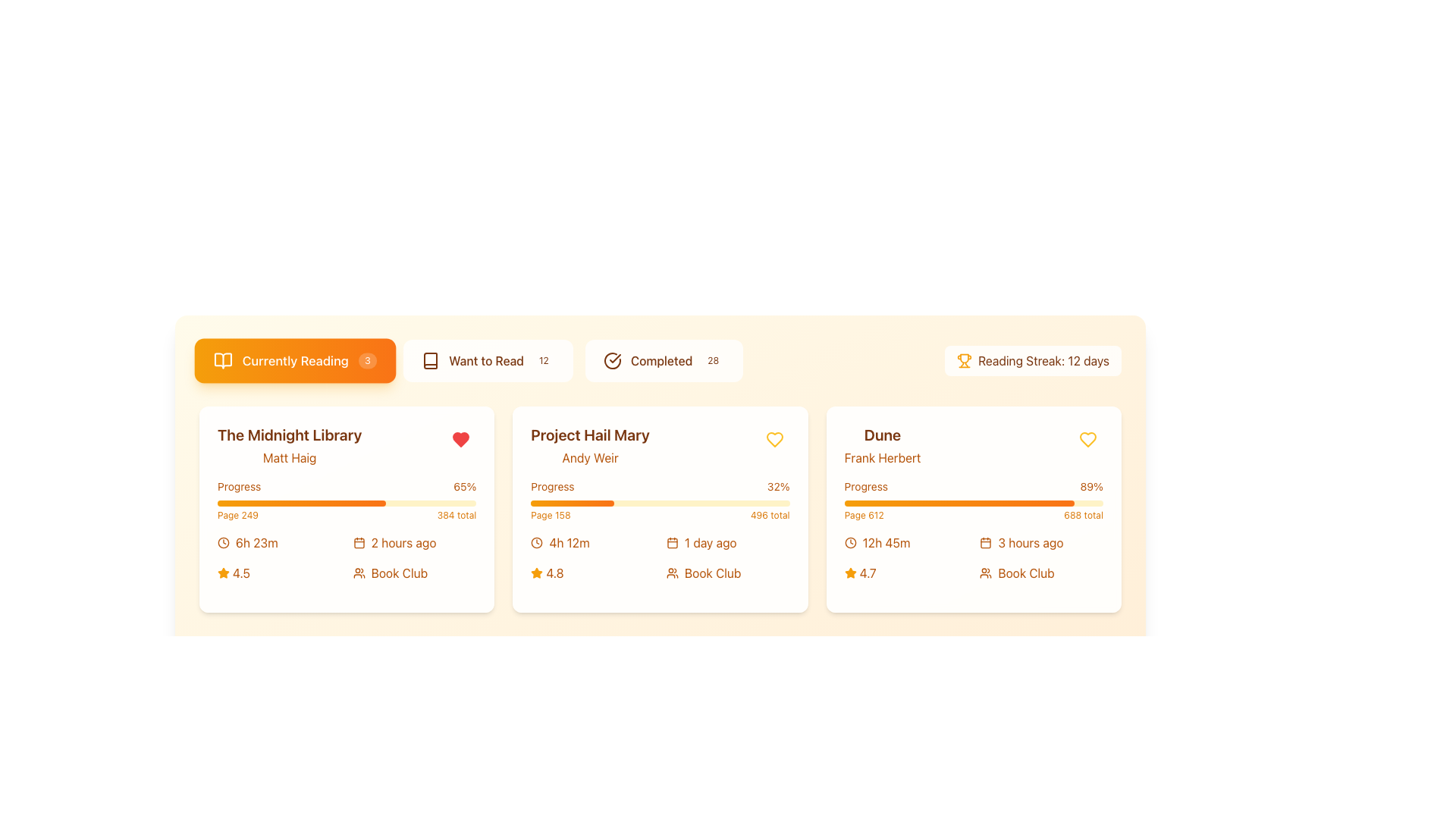 This screenshot has width=1456, height=819. I want to click on the static text label displaying 'Book Club' in bold amber color, which is located within a card layout under the ratings section, so click(712, 573).